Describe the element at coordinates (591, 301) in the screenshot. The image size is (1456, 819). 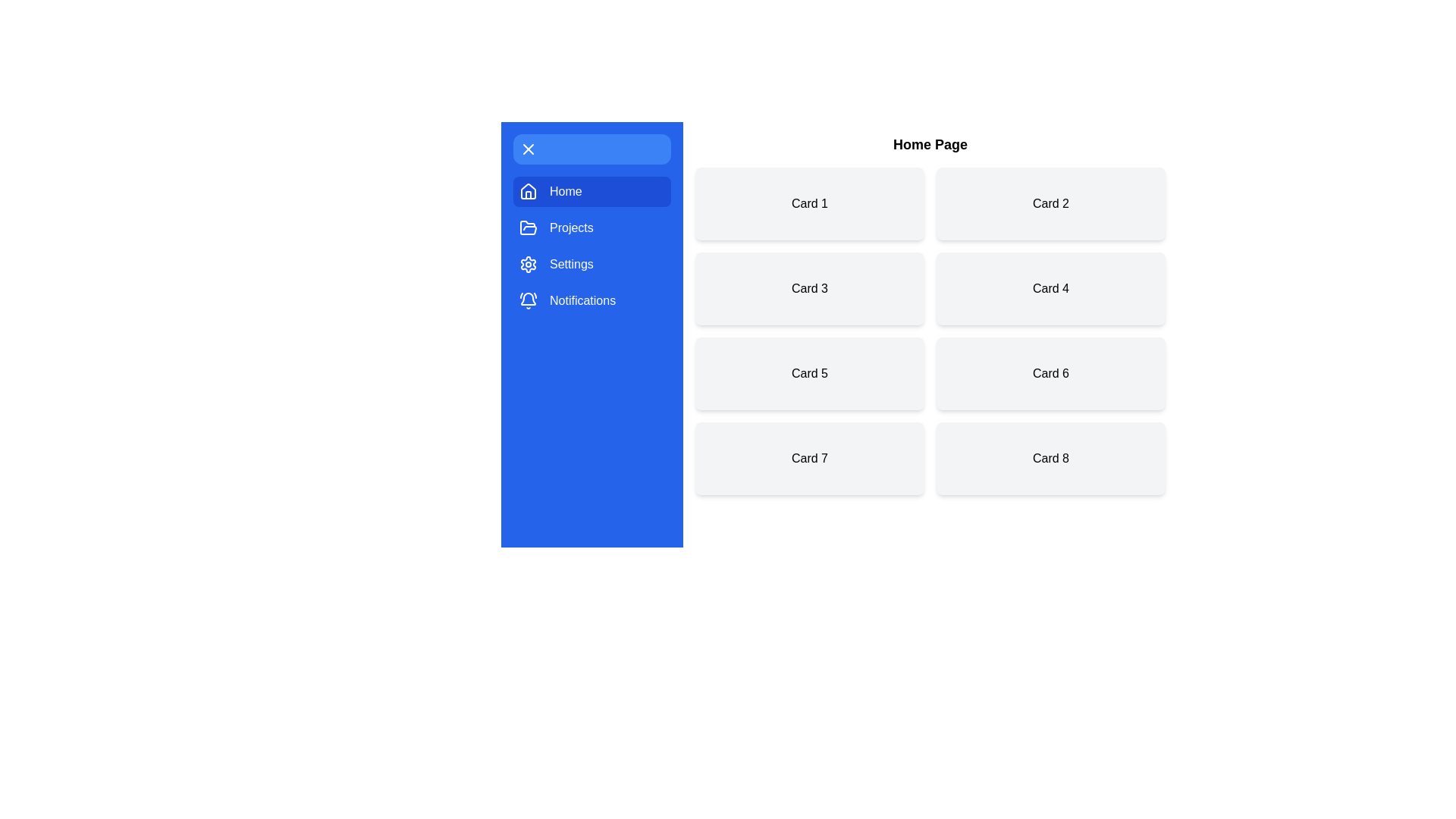
I see `the menu item Notifications in the StyledDrawer component` at that location.